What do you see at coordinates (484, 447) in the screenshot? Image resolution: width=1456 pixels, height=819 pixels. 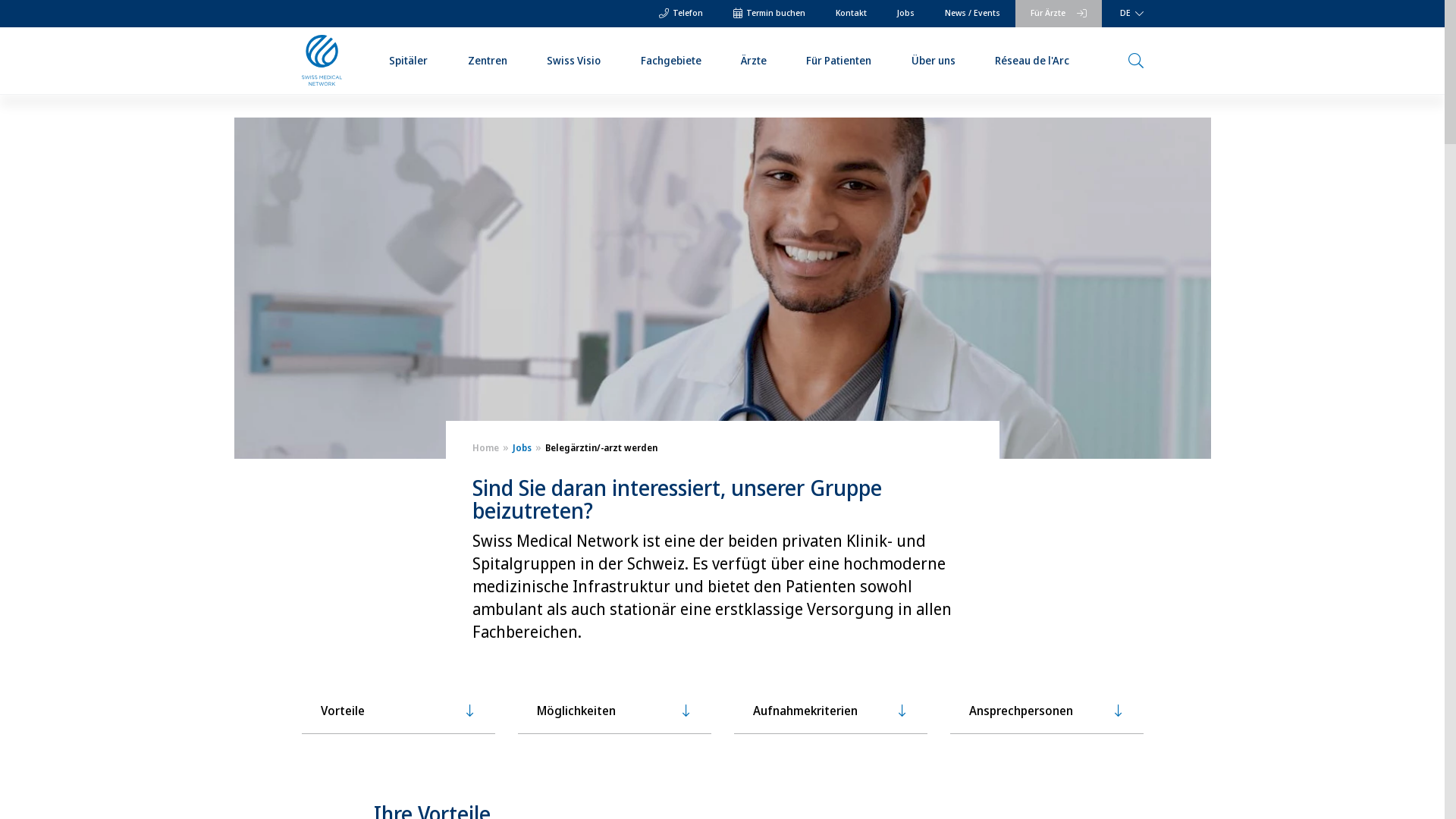 I see `'Home'` at bounding box center [484, 447].